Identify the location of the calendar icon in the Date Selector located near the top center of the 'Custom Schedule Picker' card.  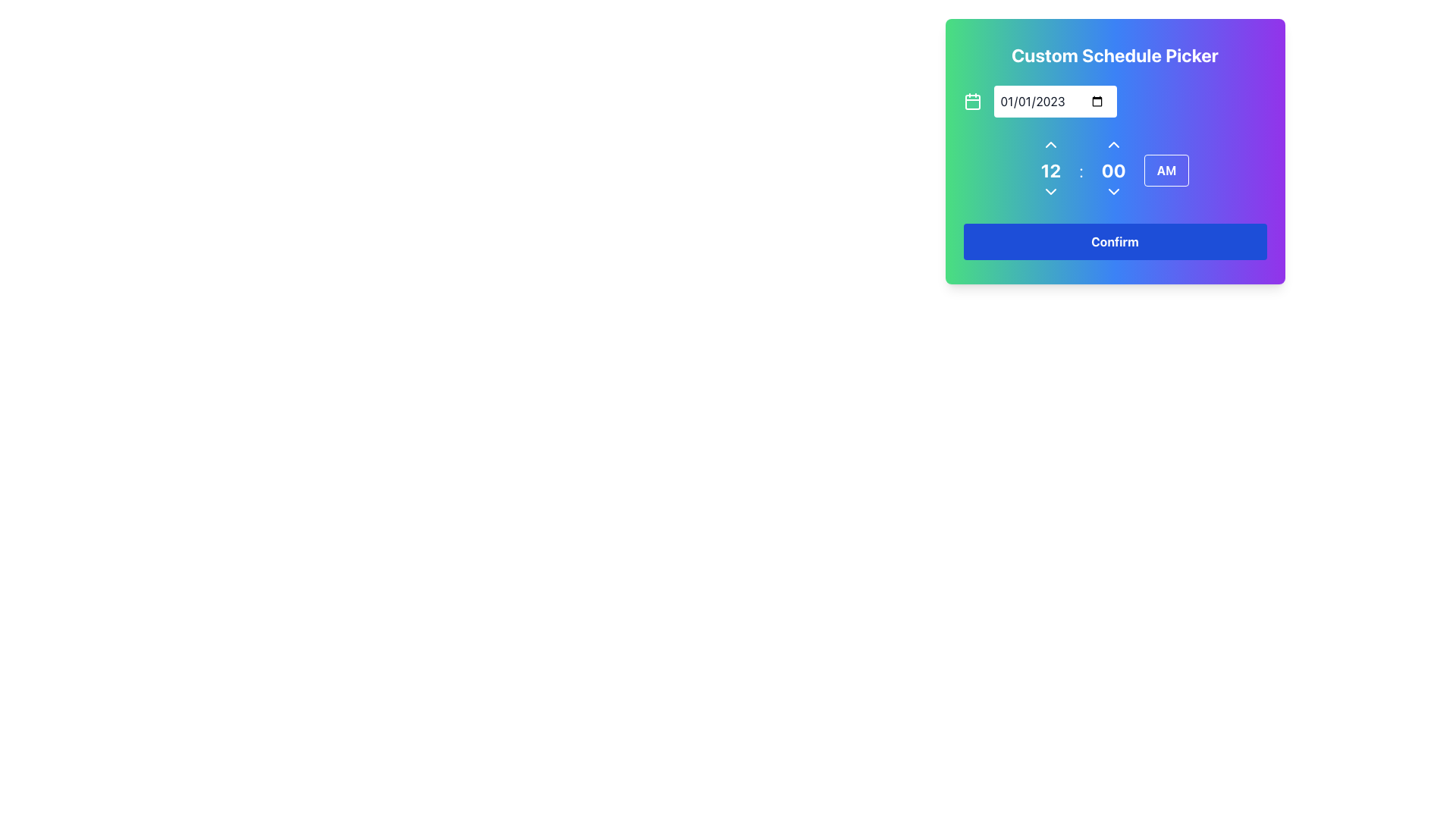
(1115, 102).